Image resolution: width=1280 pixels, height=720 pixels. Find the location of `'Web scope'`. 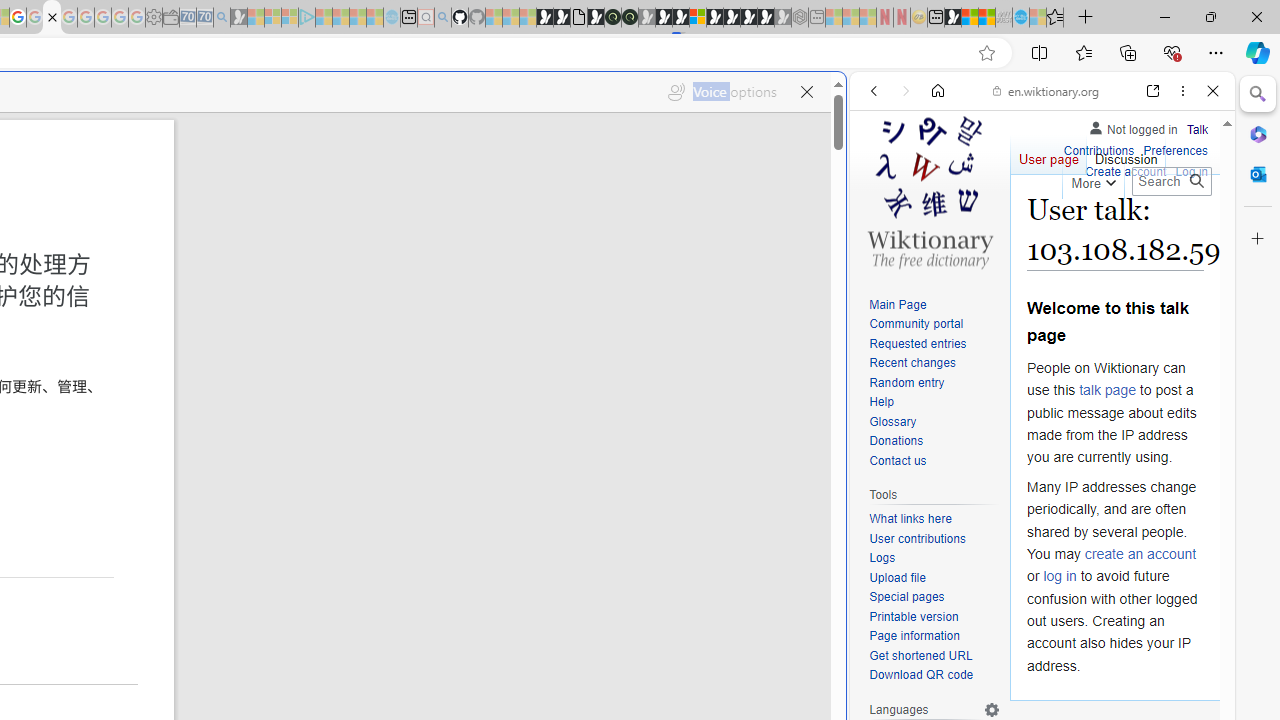

'Web scope' is located at coordinates (881, 180).